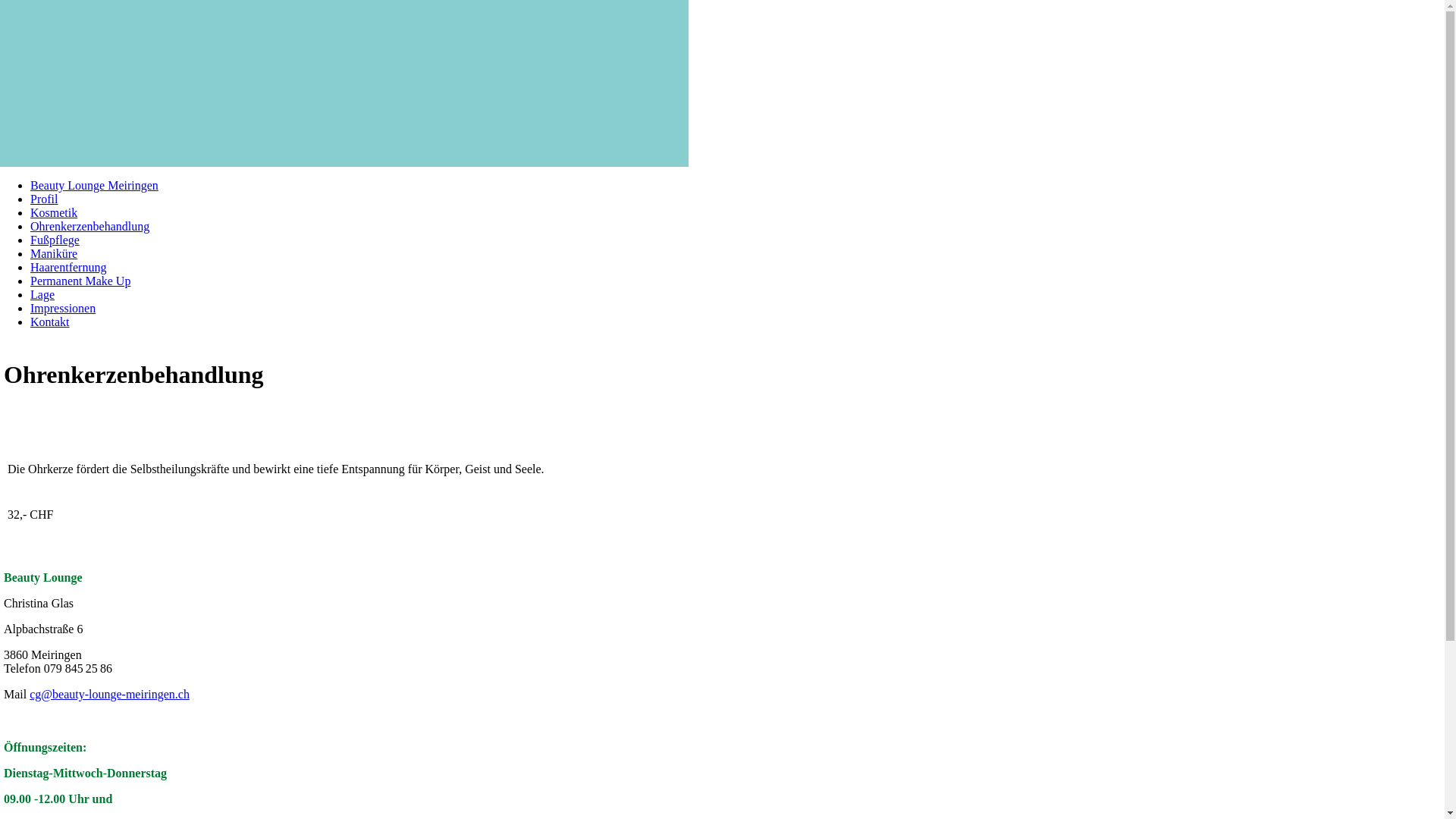 Image resolution: width=1456 pixels, height=819 pixels. Describe the element at coordinates (61, 307) in the screenshot. I see `'Impressionen'` at that location.